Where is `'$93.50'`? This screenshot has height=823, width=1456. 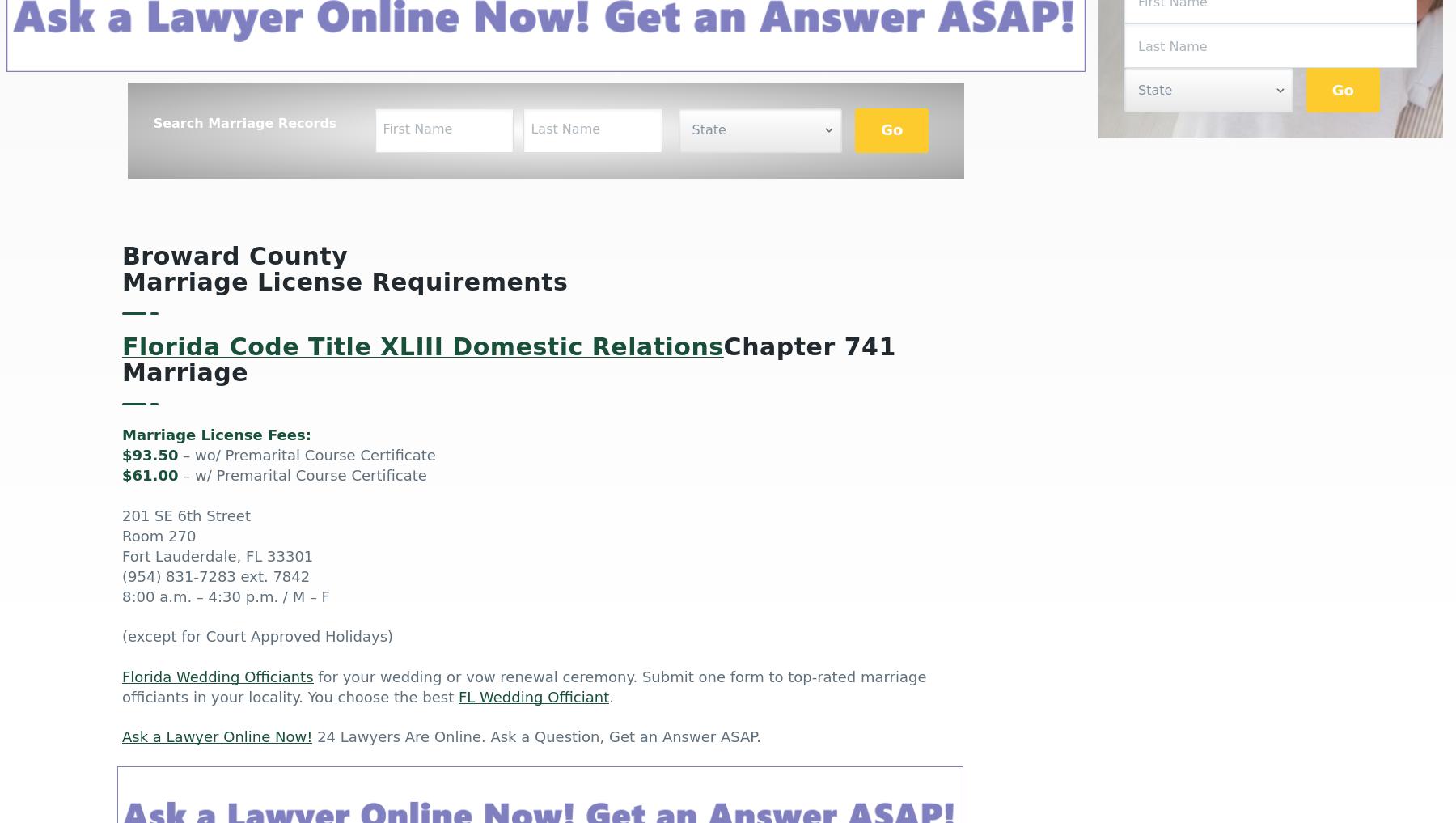 '$93.50' is located at coordinates (150, 456).